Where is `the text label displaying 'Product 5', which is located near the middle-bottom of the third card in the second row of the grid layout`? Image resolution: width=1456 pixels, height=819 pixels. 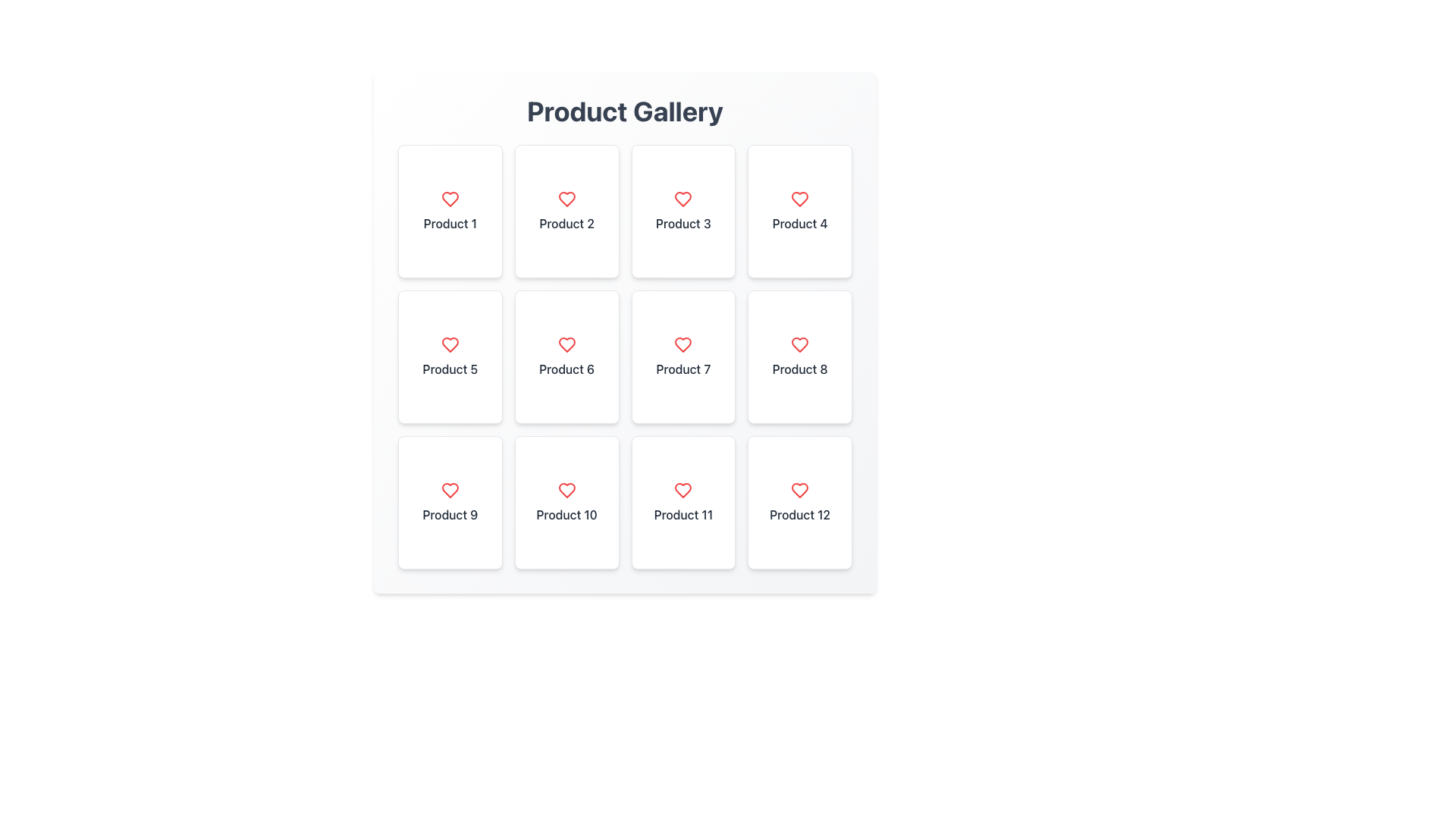 the text label displaying 'Product 5', which is located near the middle-bottom of the third card in the second row of the grid layout is located at coordinates (449, 369).